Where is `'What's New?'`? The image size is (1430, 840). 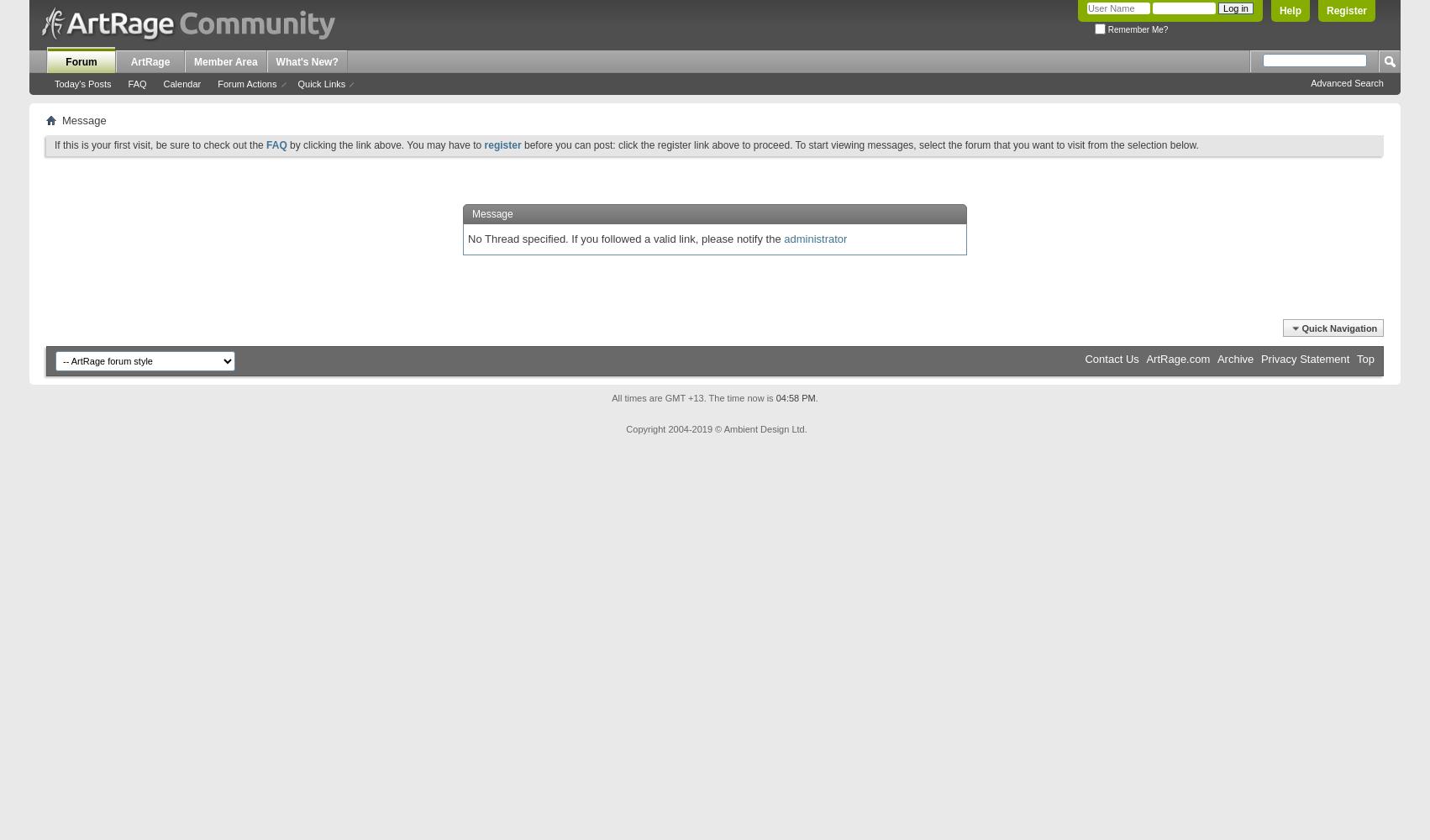 'What's New?' is located at coordinates (307, 61).